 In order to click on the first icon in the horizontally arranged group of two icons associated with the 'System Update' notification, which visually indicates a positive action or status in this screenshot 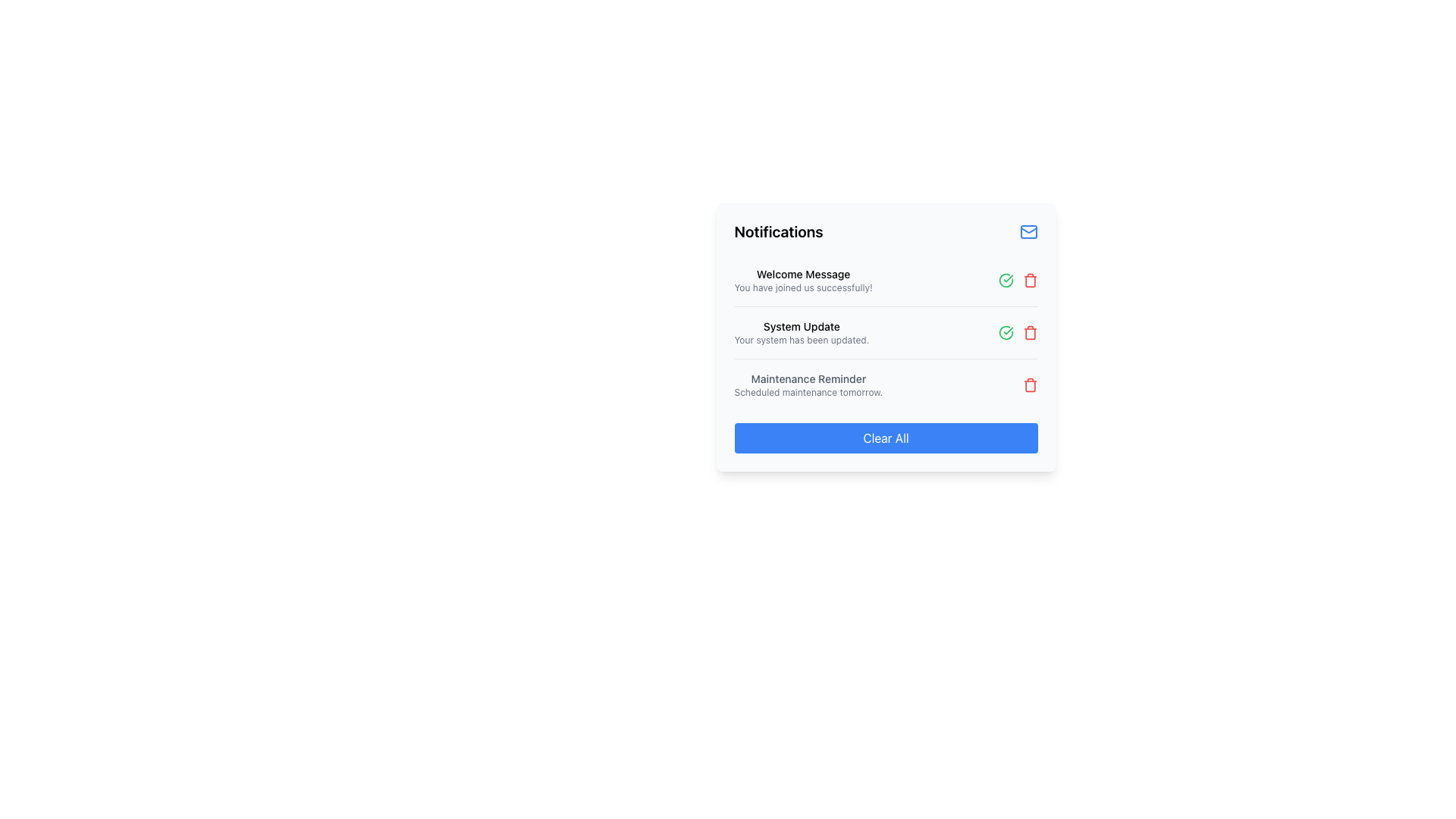, I will do `click(1006, 332)`.